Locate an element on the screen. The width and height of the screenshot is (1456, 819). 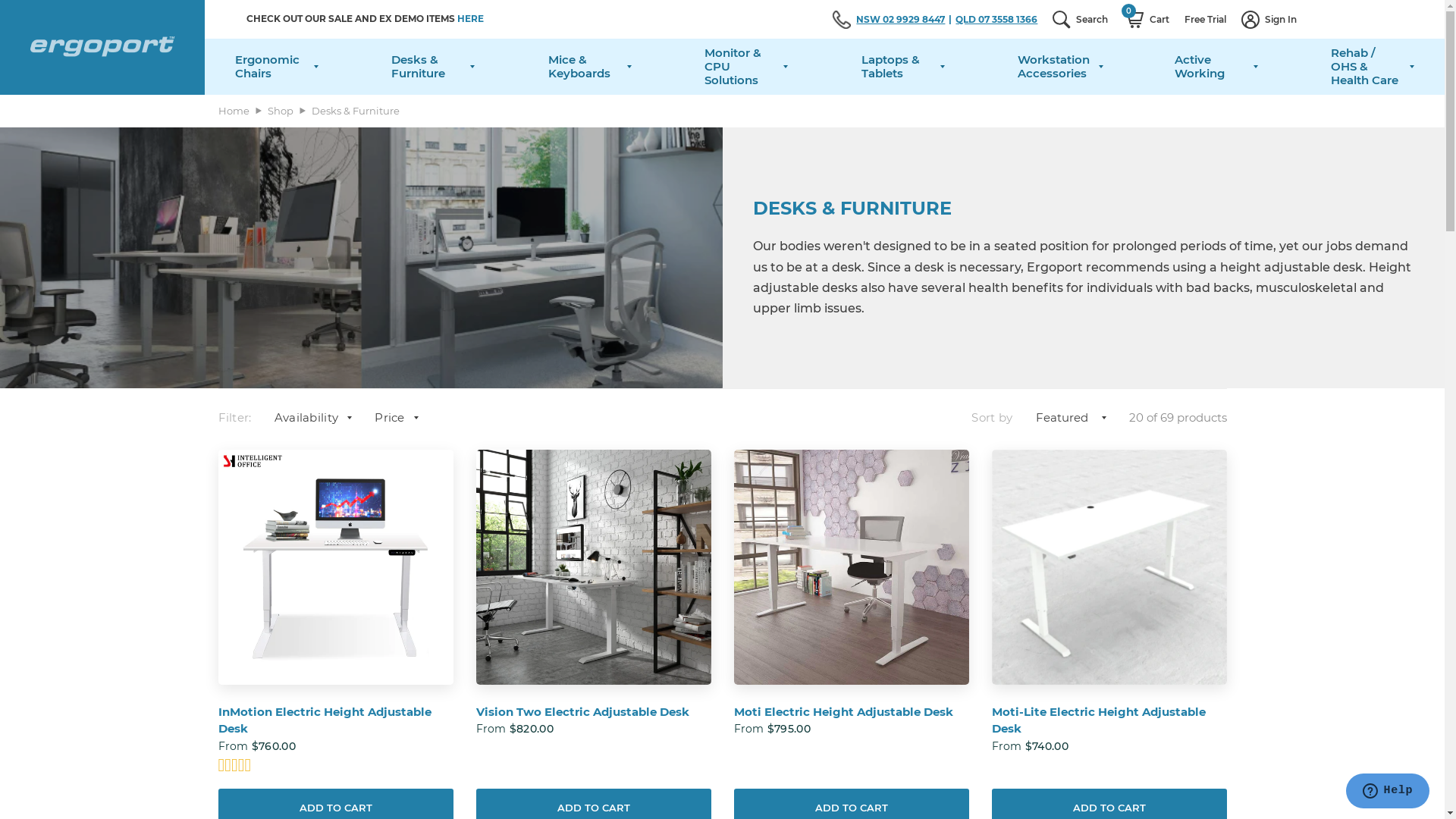
'Vision Two Electric Adjustable Desk' is located at coordinates (592, 712).